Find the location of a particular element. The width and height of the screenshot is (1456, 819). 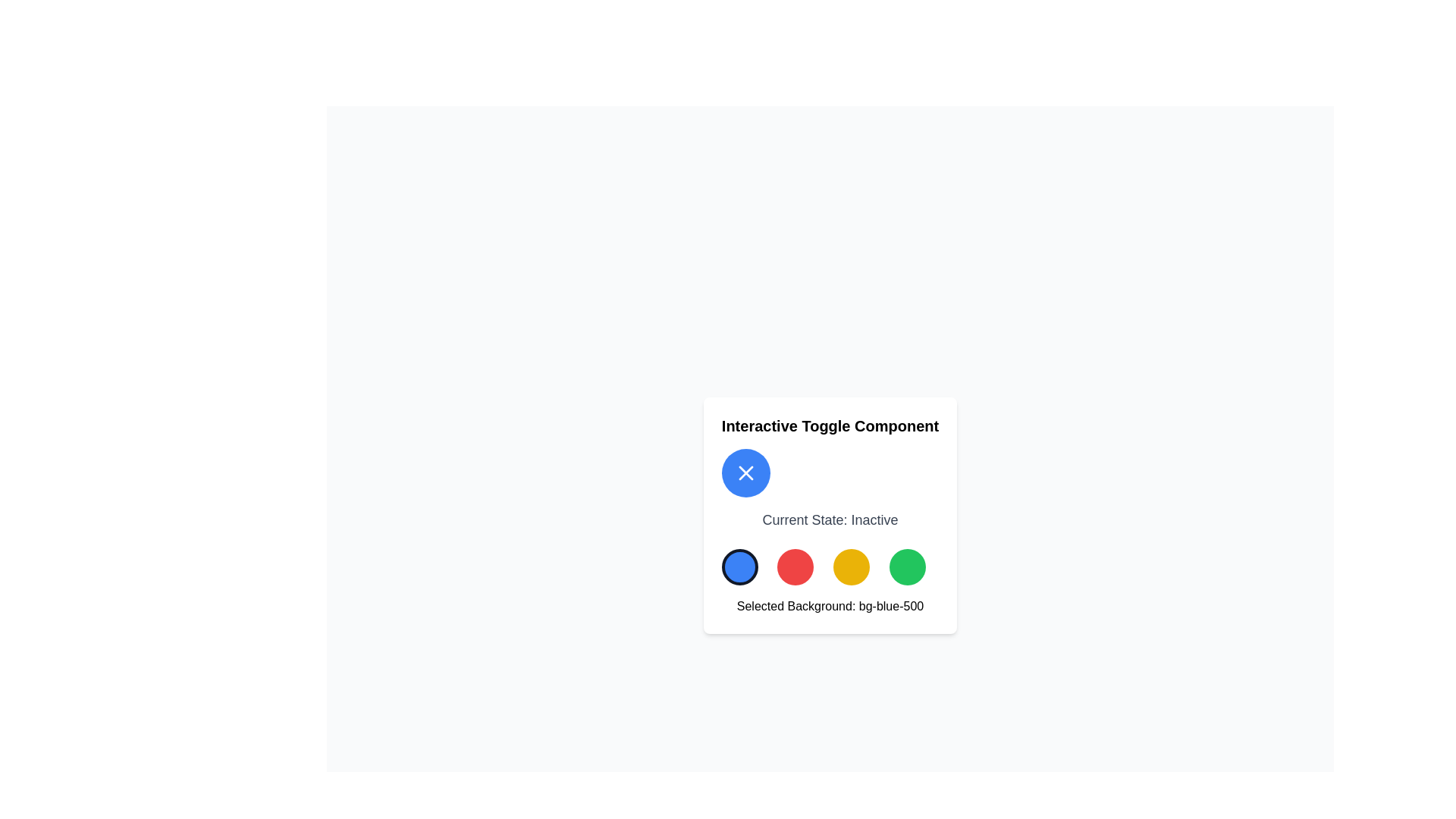

the text label displaying 'Selected Background: bg-blue-500', which is styled with medium font weight and located below the colored circles in the 'Interactive Toggle Component' card is located at coordinates (829, 605).